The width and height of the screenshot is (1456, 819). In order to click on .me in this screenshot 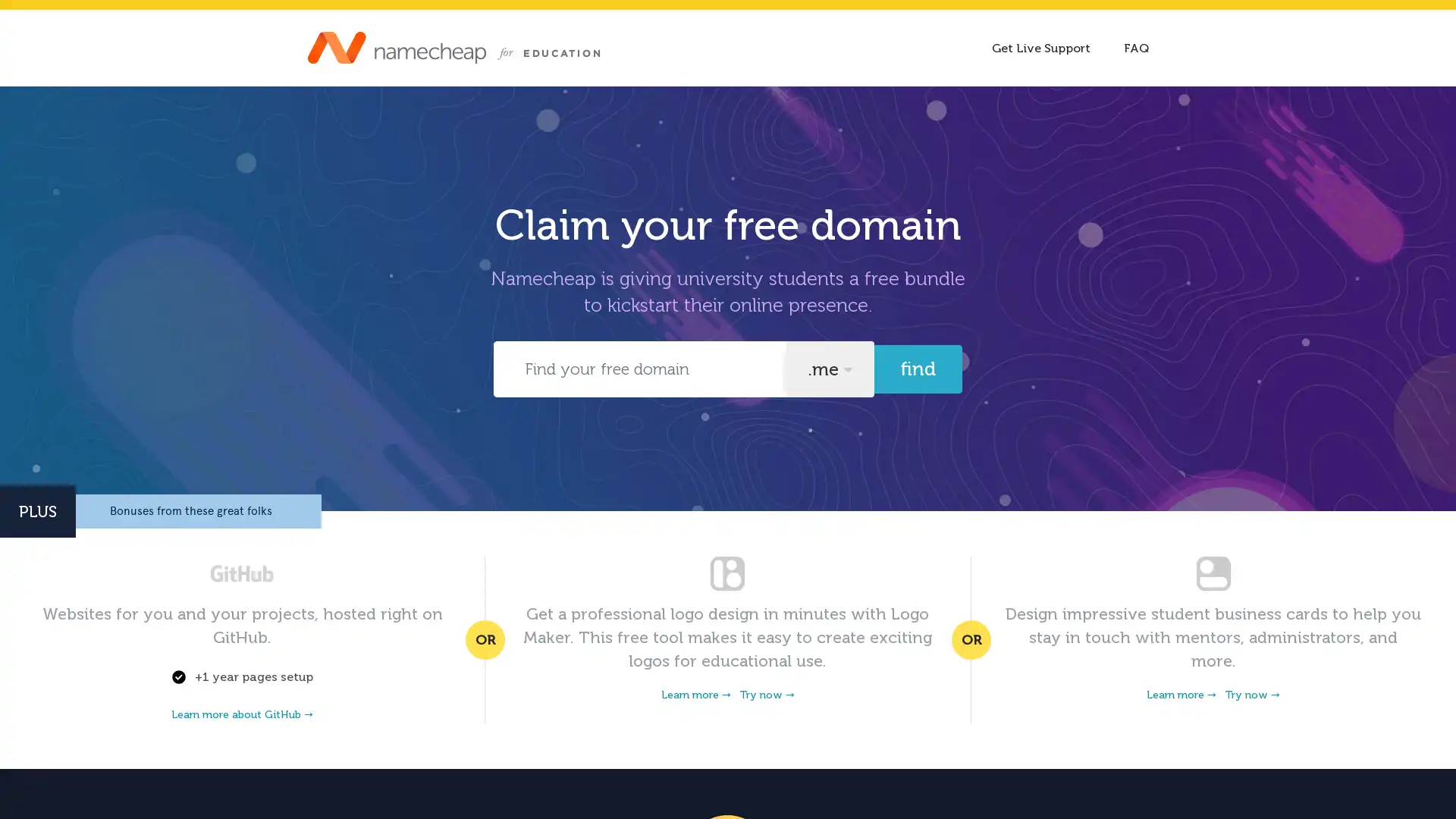, I will do `click(829, 369)`.